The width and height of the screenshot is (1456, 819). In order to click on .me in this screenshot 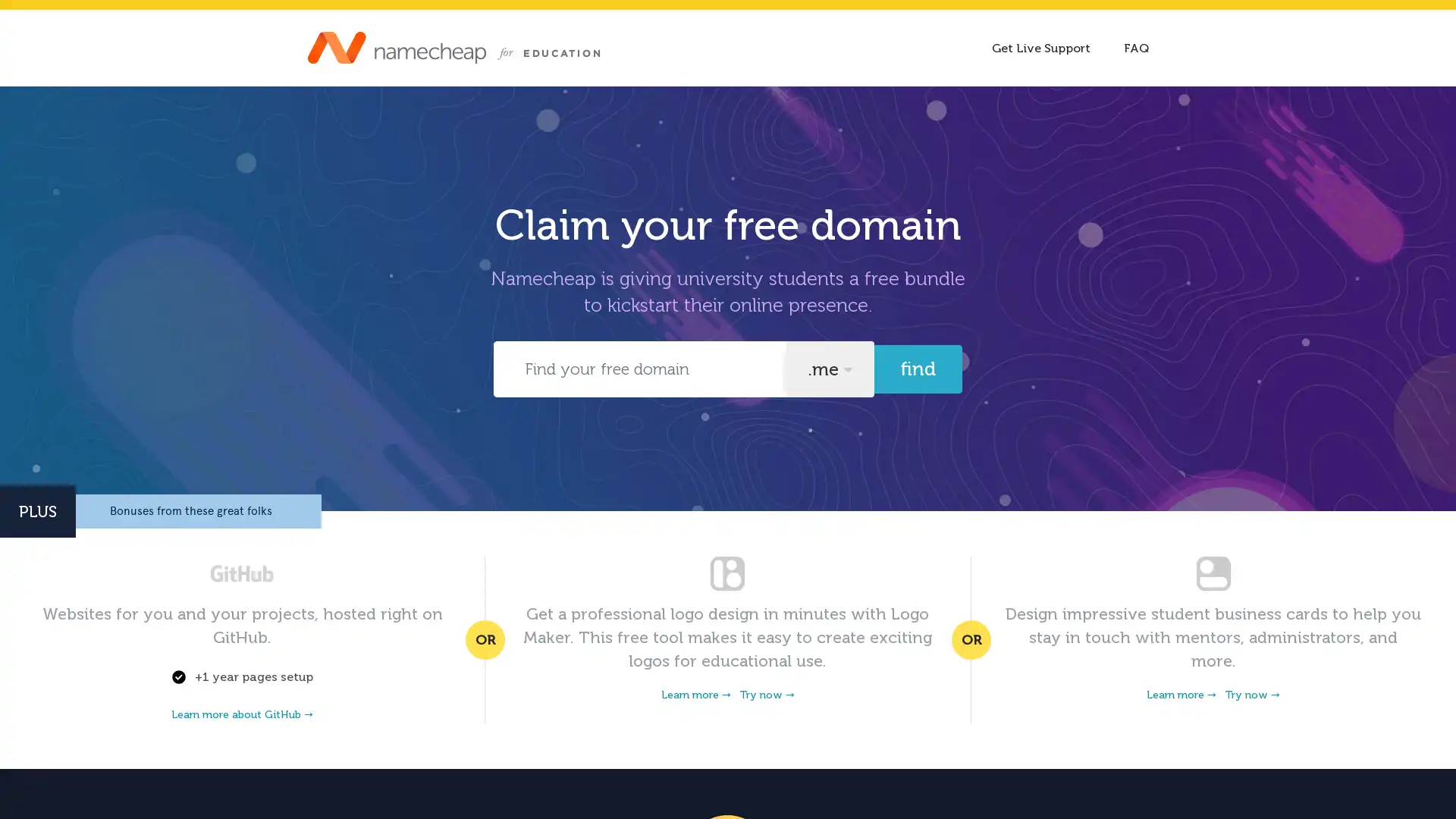, I will do `click(829, 369)`.